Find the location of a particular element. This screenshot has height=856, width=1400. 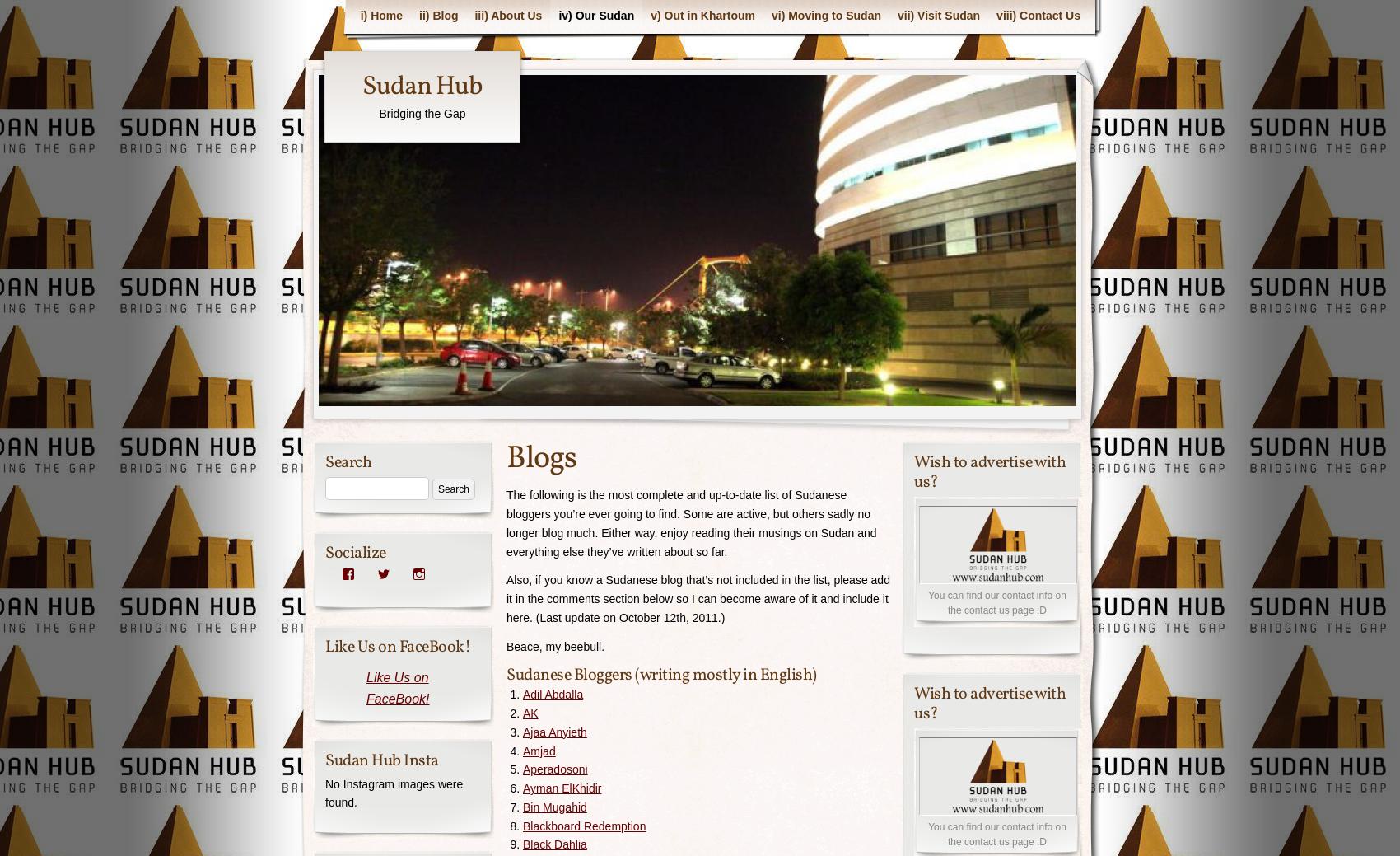

'Ayman ElKhidir' is located at coordinates (562, 788).